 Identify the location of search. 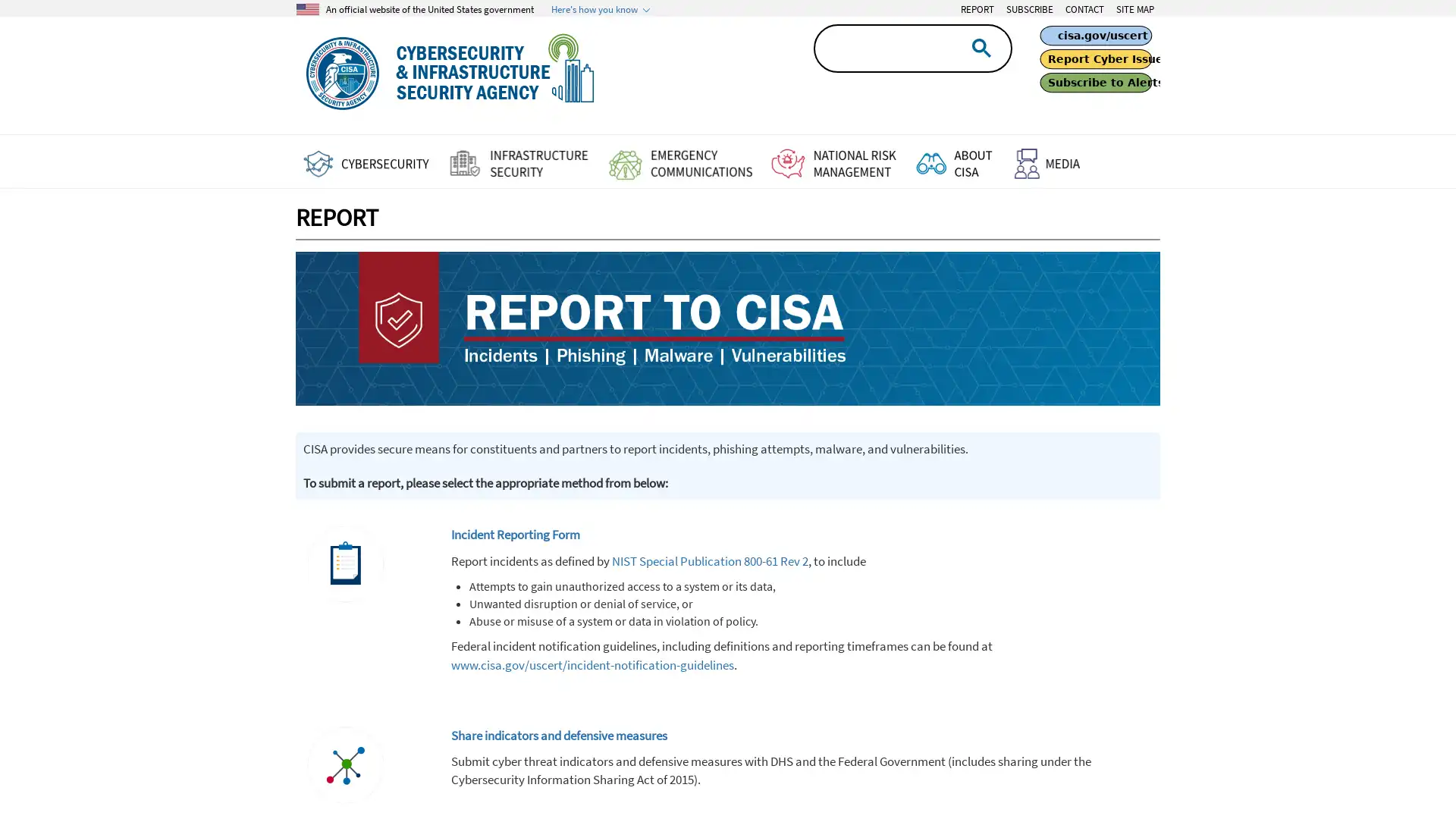
(978, 45).